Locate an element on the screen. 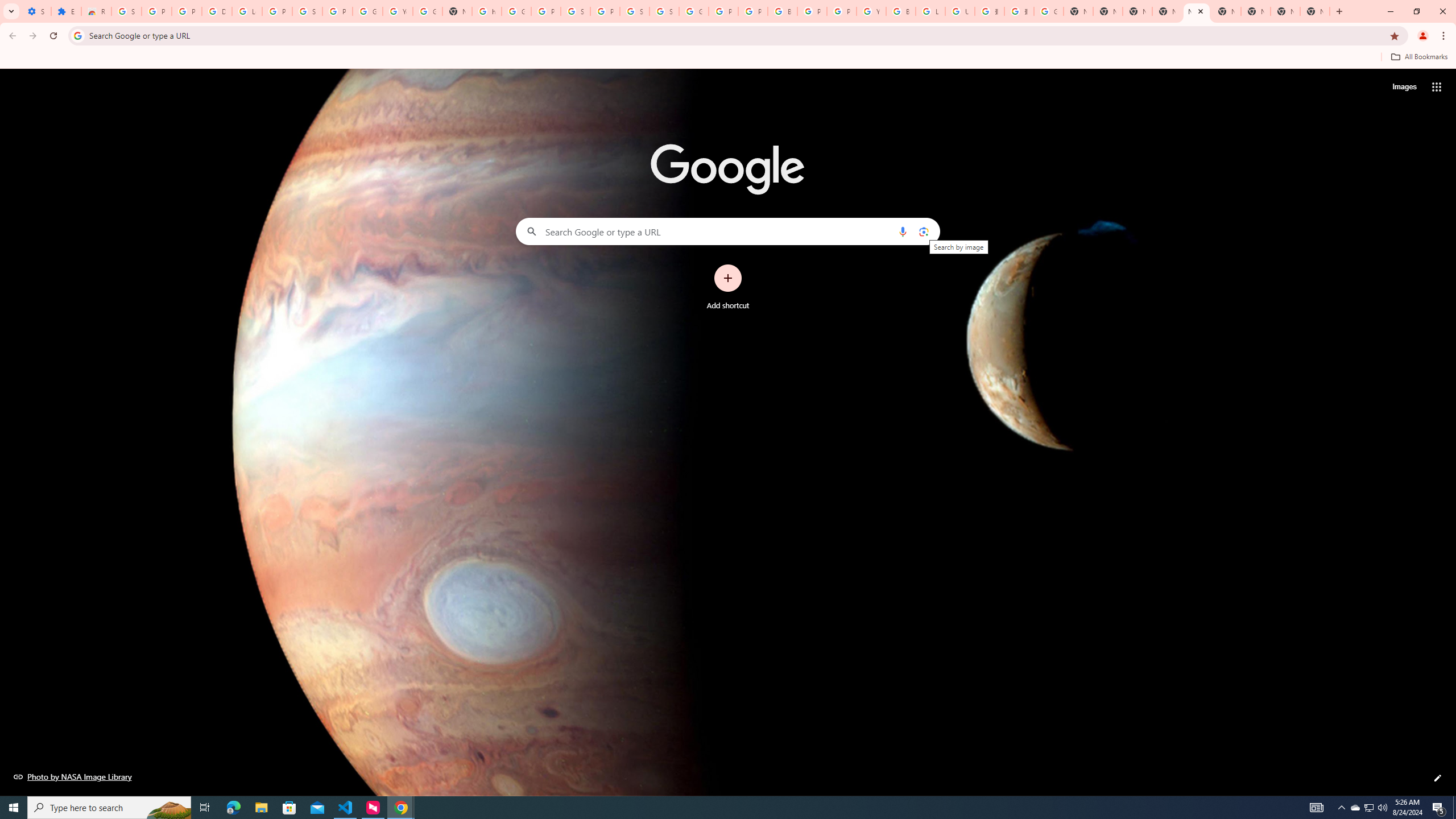 This screenshot has width=1456, height=819. 'Search icon' is located at coordinates (77, 35).